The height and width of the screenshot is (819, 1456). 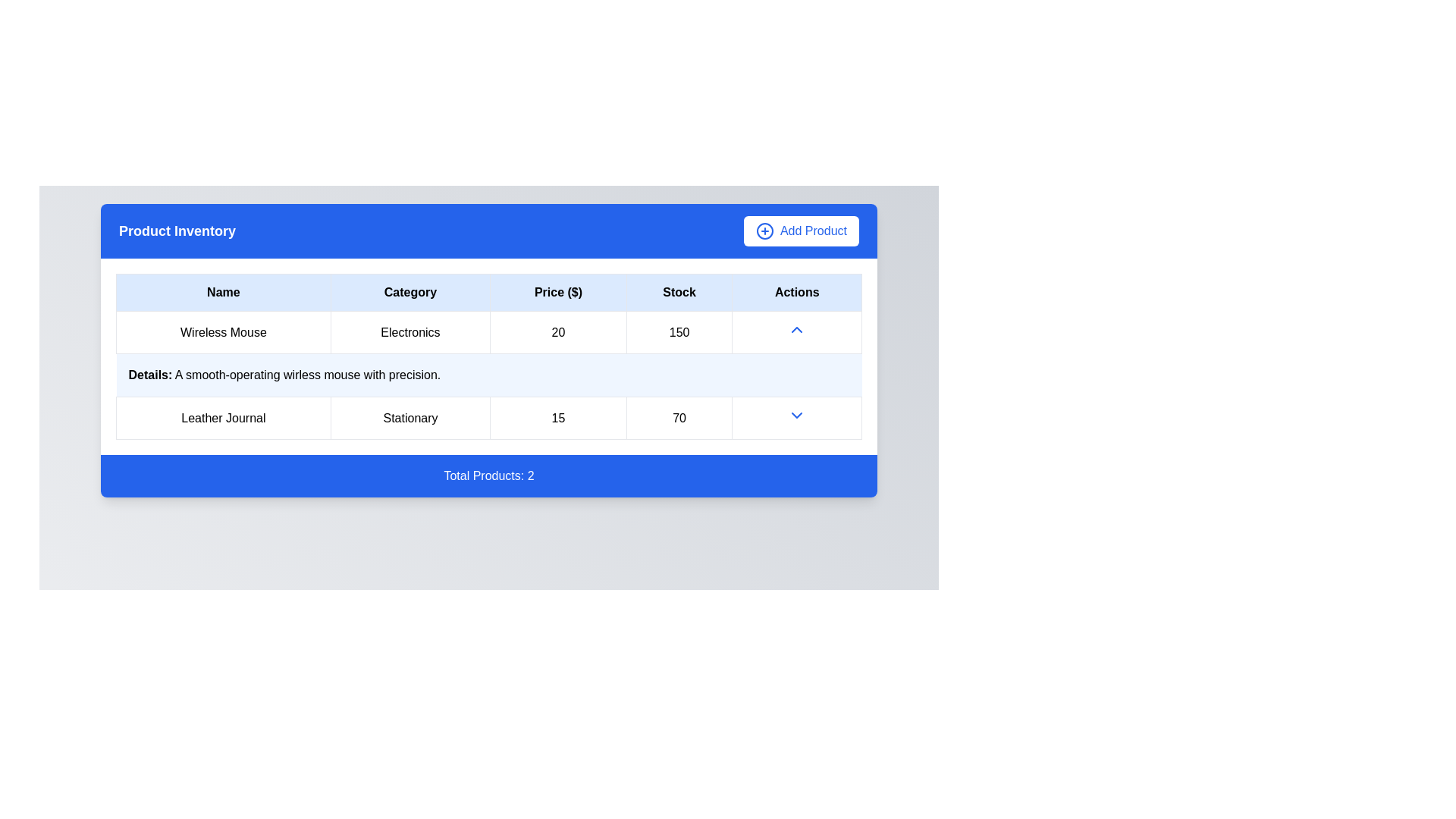 I want to click on the 'Wireless Mouse' category label located in the second cell of the 'Category' column in the table, so click(x=410, y=331).